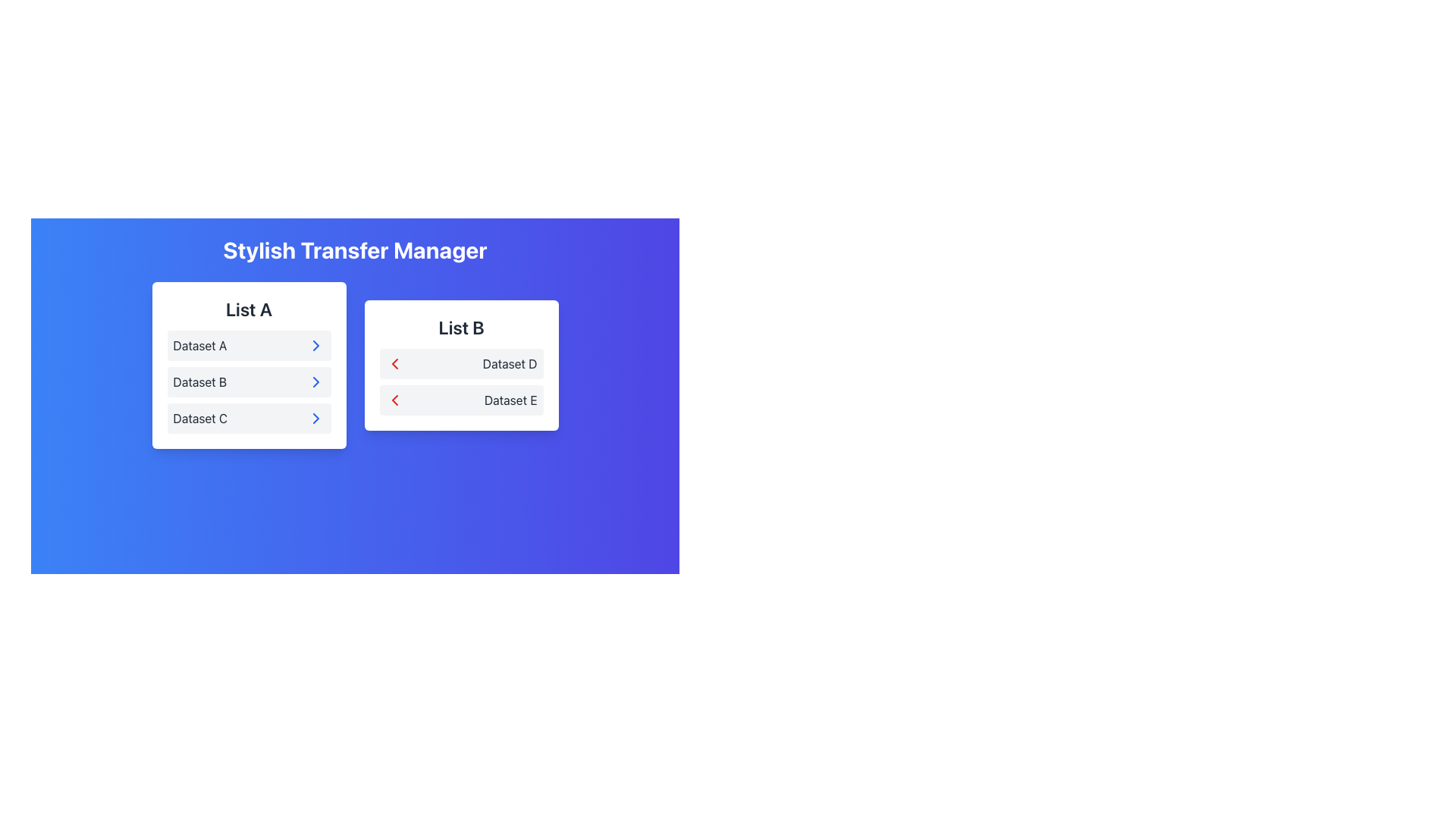  I want to click on the prominent heading with the text 'Stylish Transfer Manager', which is styled in large, bold, white text and centered at the top of the interface against a gradient blue background, so click(354, 249).